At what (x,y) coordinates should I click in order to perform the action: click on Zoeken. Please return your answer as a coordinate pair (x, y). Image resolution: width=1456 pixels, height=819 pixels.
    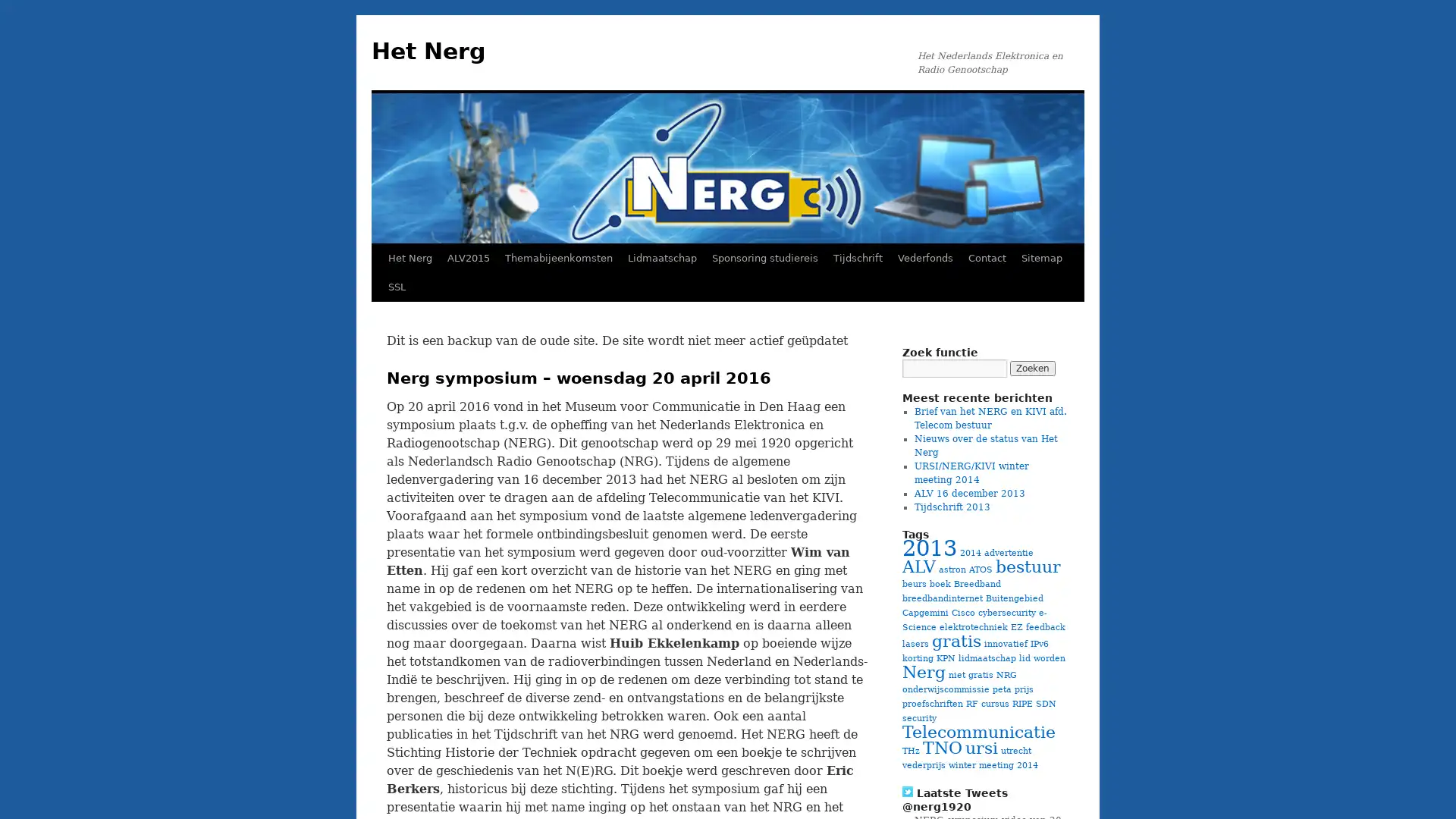
    Looking at the image, I should click on (1032, 369).